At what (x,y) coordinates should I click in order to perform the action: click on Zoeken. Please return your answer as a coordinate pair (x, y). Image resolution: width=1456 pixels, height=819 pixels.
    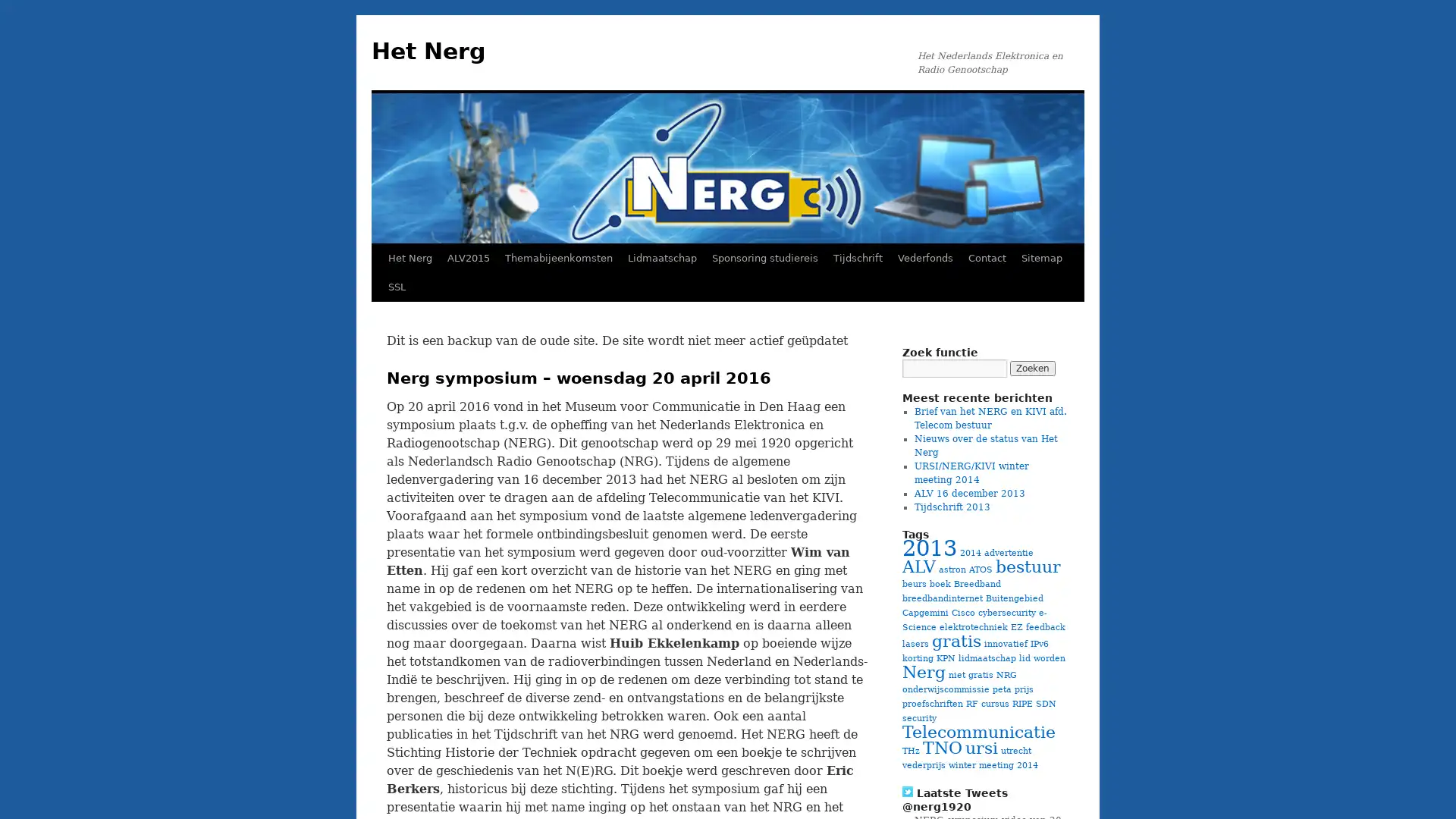
    Looking at the image, I should click on (1032, 369).